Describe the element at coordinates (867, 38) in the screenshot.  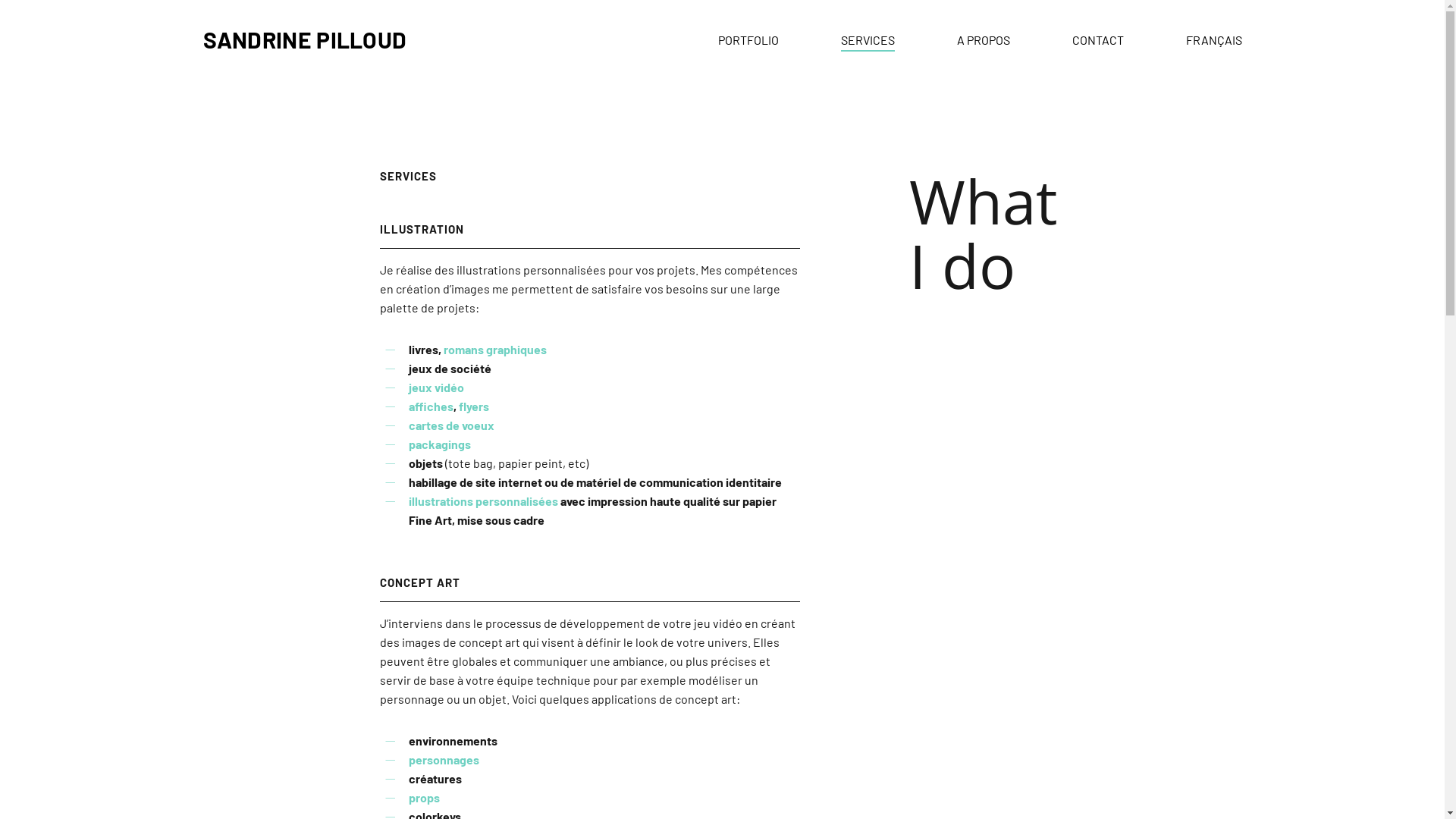
I see `'SERVICES'` at that location.